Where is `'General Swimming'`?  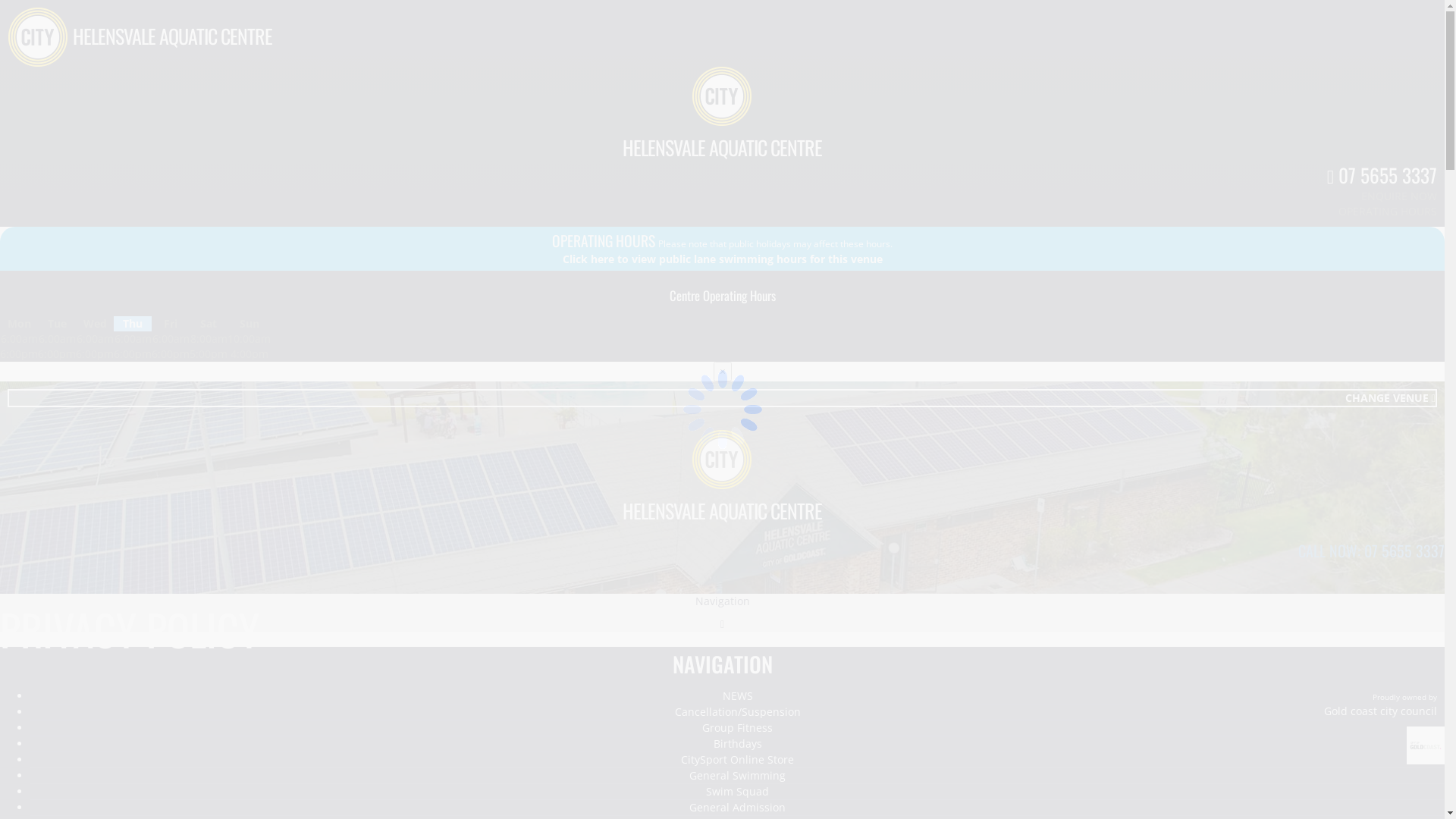
'General Swimming' is located at coordinates (737, 775).